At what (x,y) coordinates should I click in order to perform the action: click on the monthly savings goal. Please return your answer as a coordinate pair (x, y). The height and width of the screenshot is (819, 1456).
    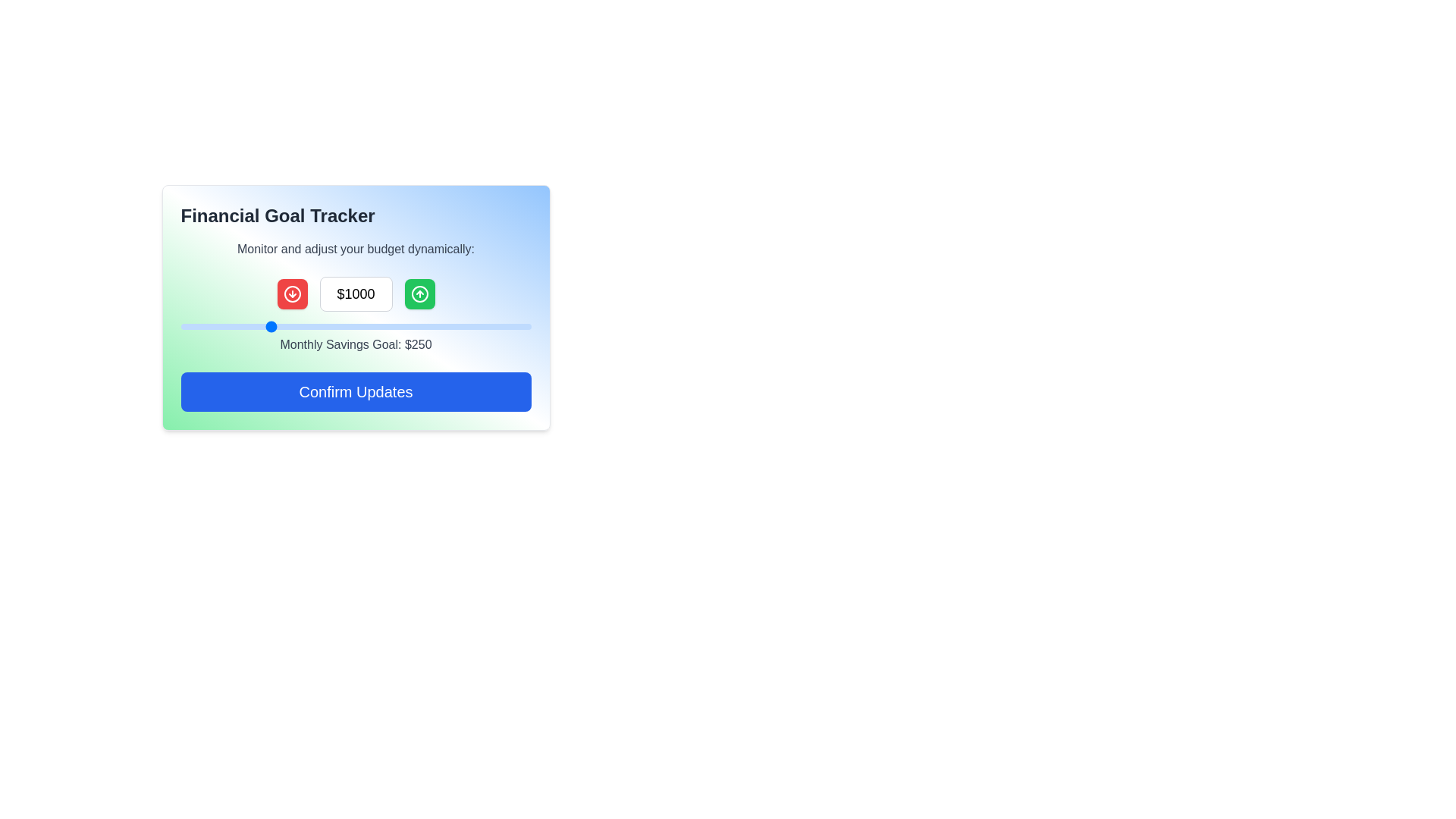
    Looking at the image, I should click on (488, 326).